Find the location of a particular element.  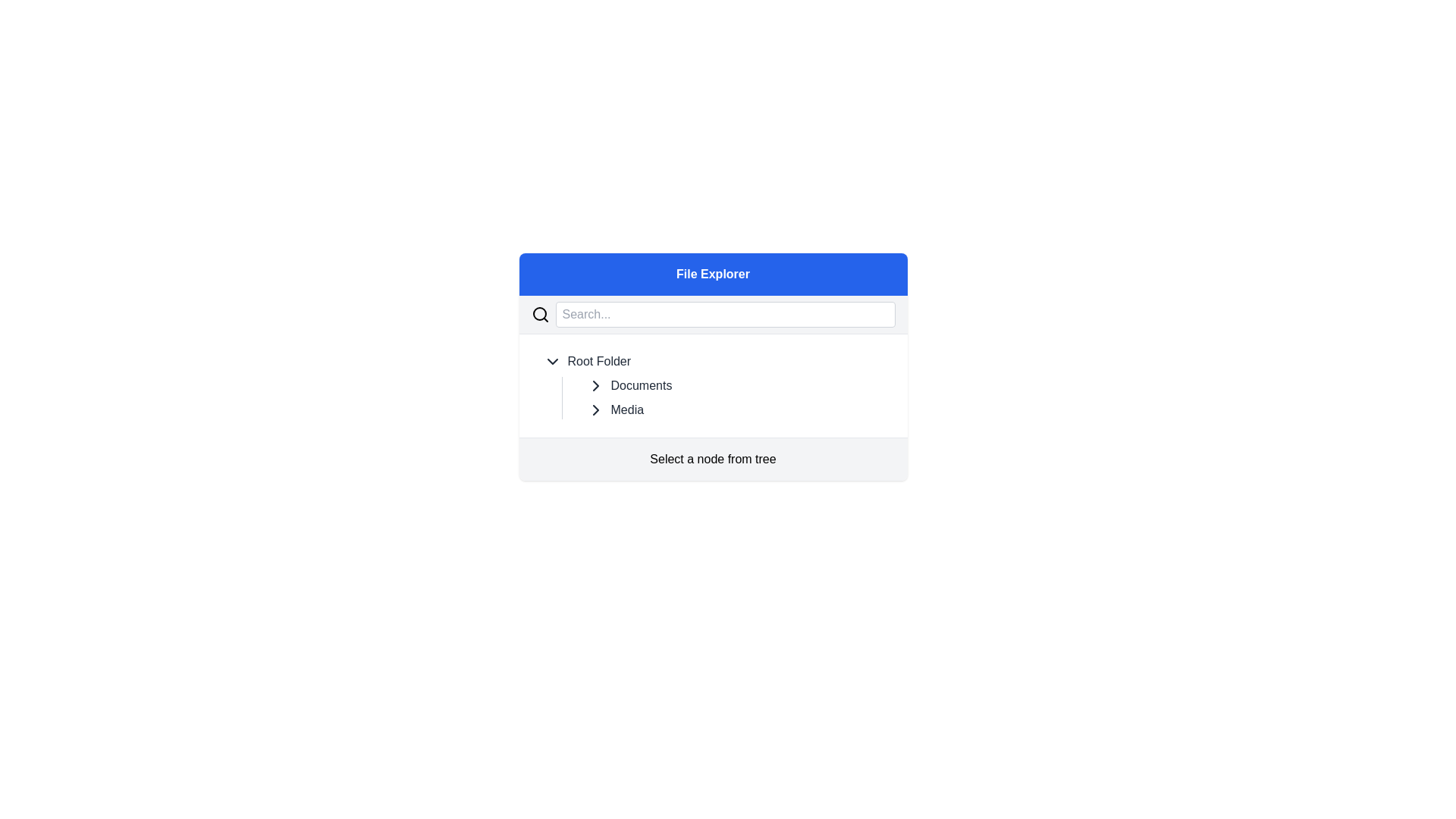

the Navigation Tree in the File Explorer section is located at coordinates (712, 366).